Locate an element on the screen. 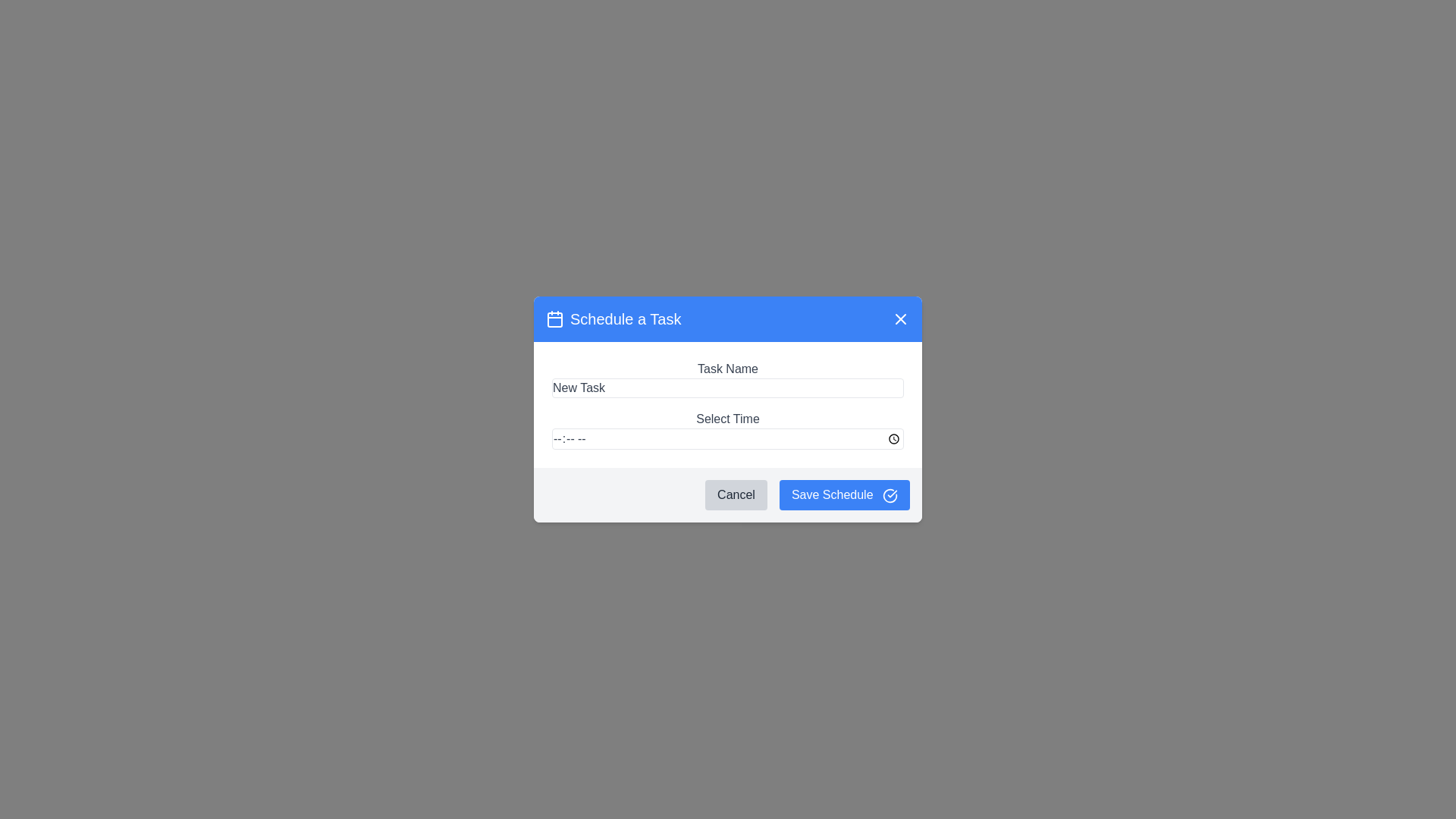  the Task Name text field to focus it is located at coordinates (728, 388).